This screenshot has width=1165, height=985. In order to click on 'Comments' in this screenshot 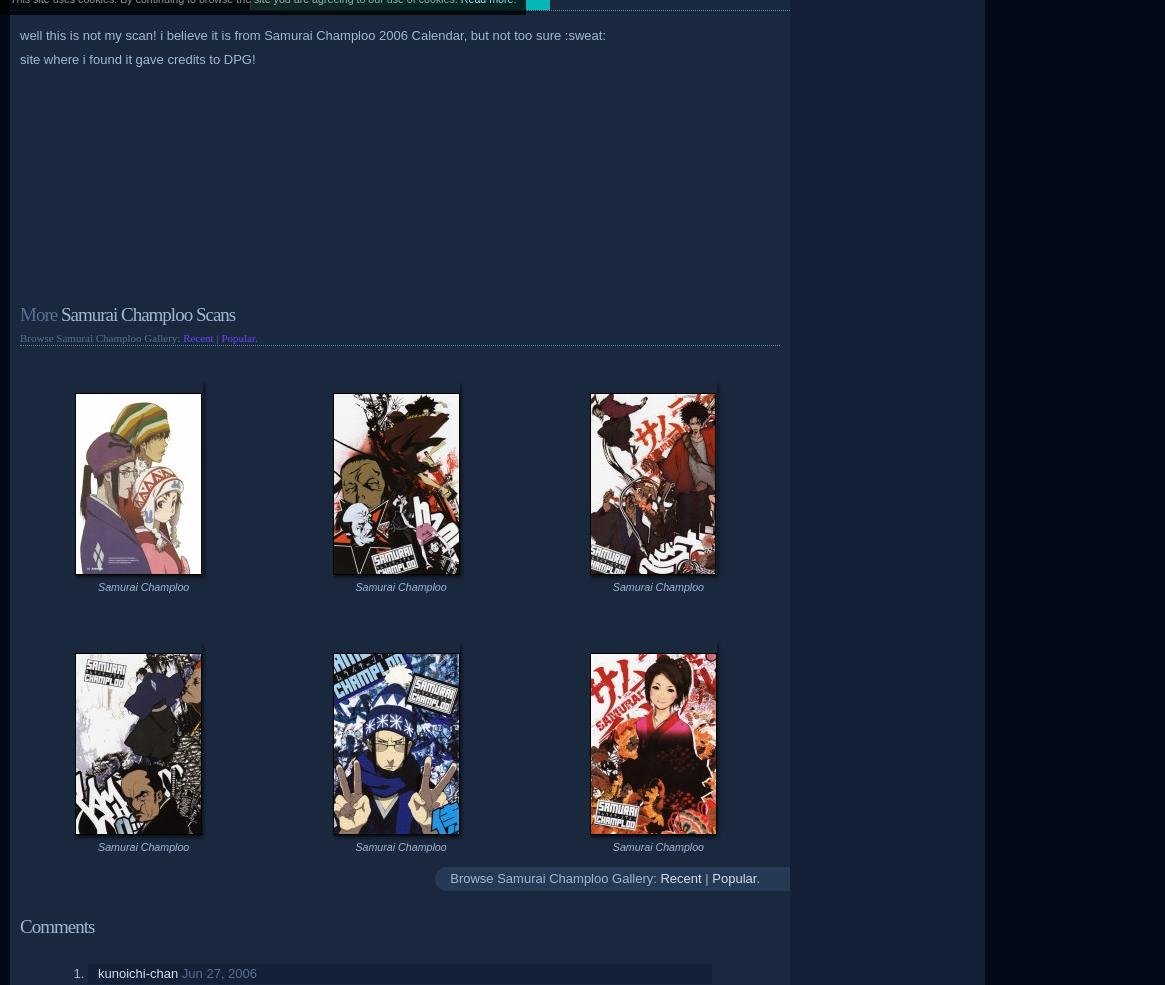, I will do `click(55, 925)`.